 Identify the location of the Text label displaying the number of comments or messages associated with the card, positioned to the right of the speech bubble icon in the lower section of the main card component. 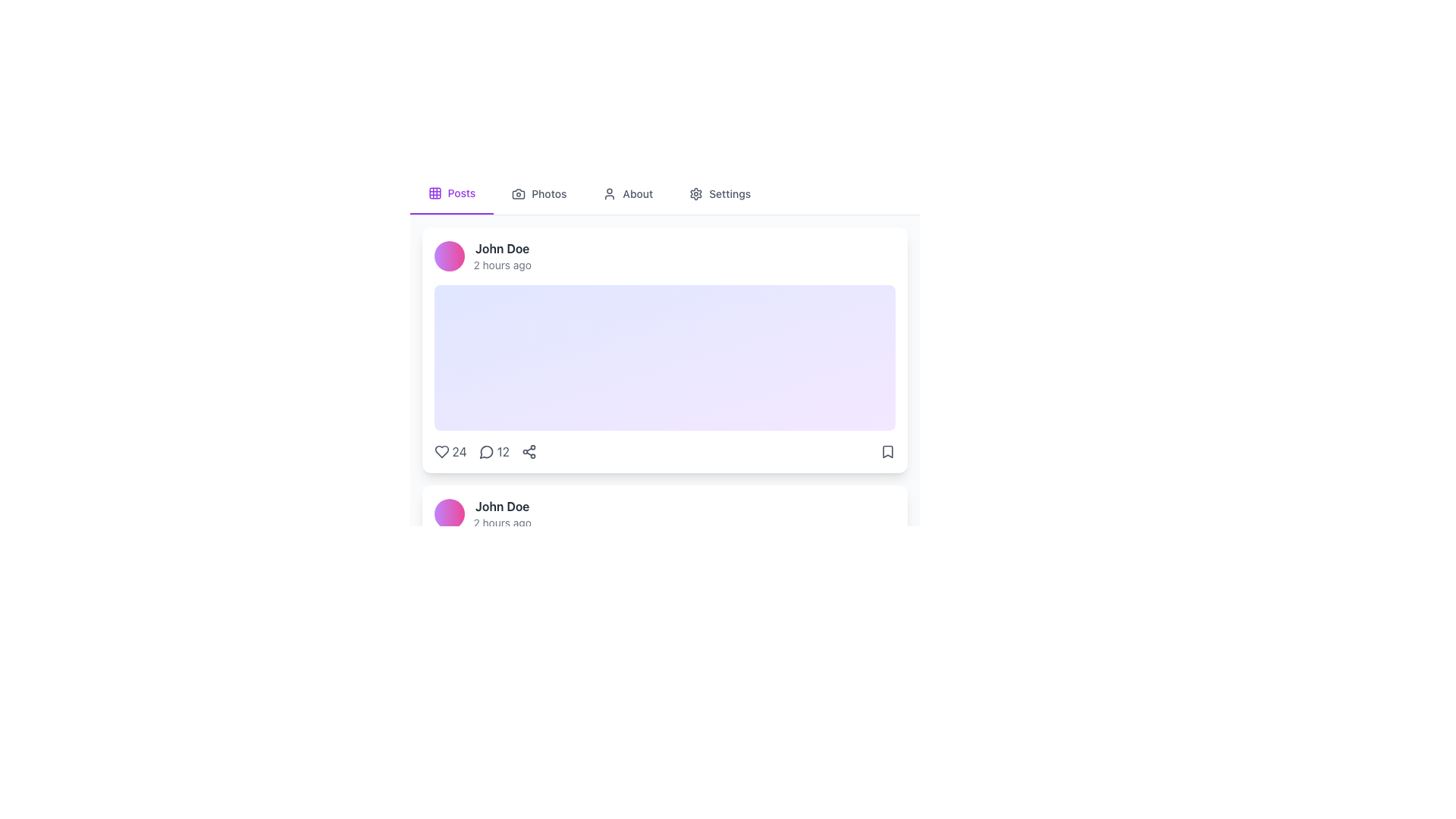
(503, 451).